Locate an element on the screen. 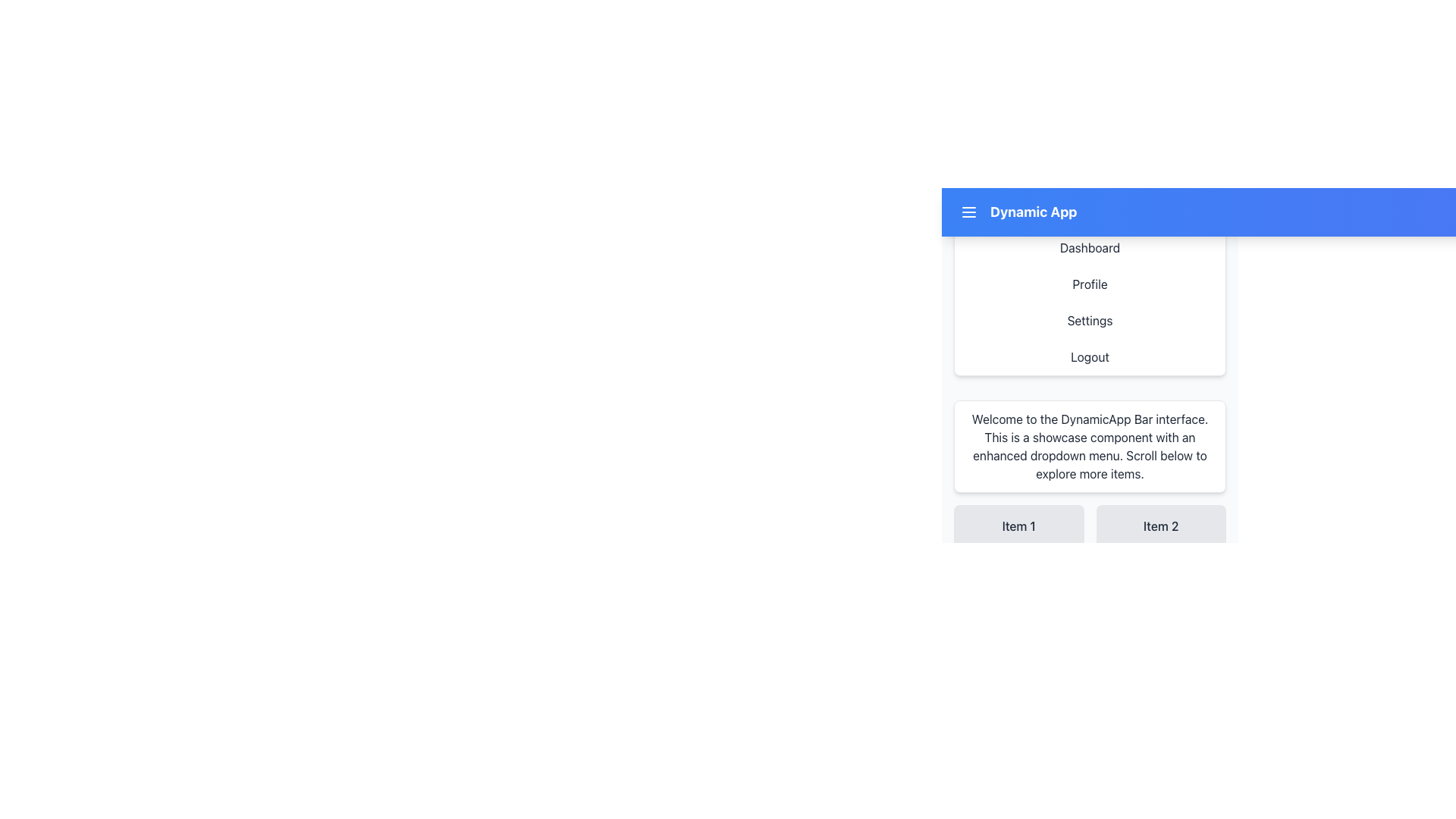 The width and height of the screenshot is (1456, 819). the Static Text Label reading 'Dynamic App' which is styled in bold white text on a blue rectangular background, located in the top navigation bar is located at coordinates (1033, 212).